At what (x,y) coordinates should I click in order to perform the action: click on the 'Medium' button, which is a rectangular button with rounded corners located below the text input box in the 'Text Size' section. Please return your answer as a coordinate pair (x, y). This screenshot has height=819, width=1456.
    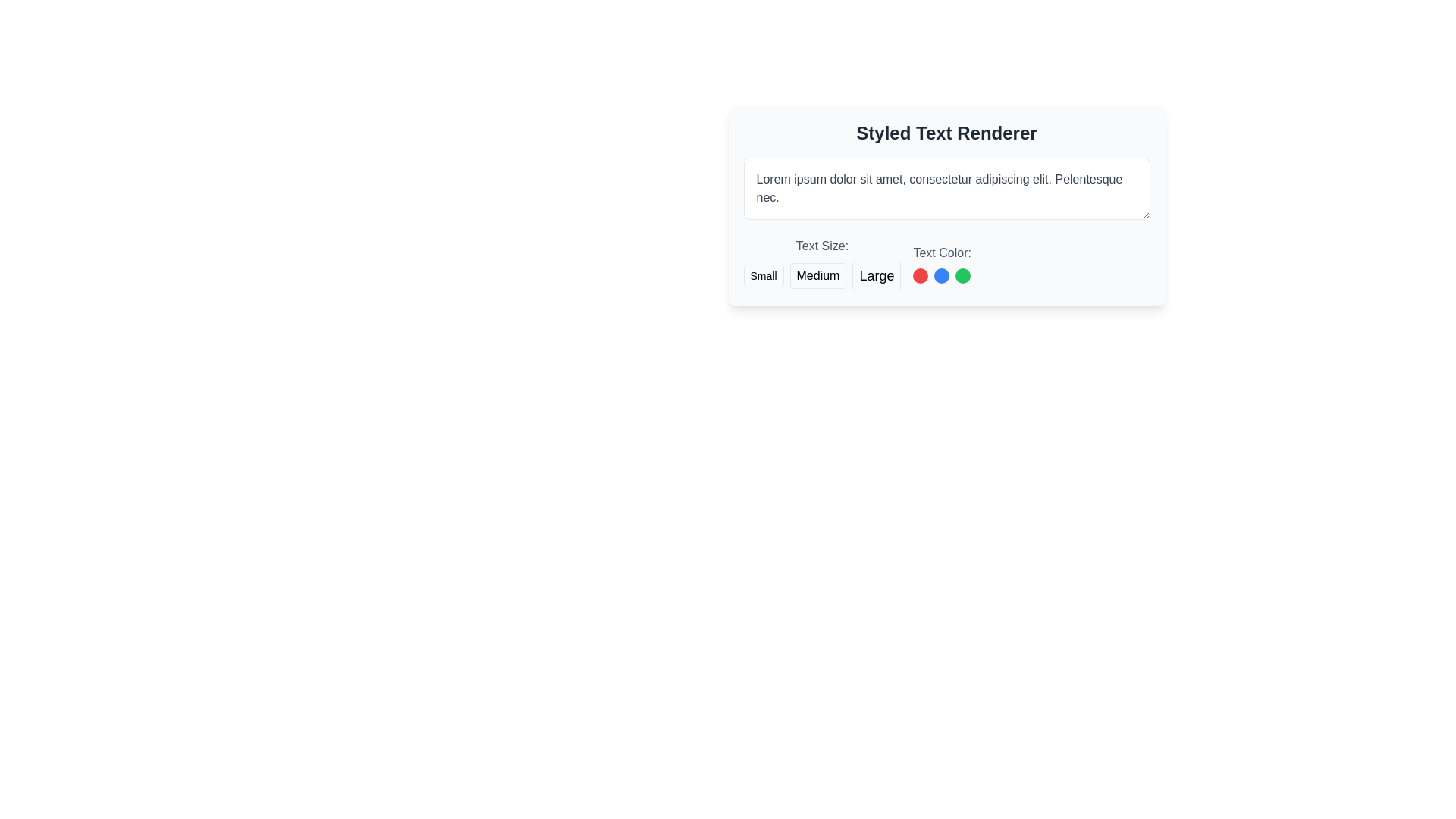
    Looking at the image, I should click on (817, 275).